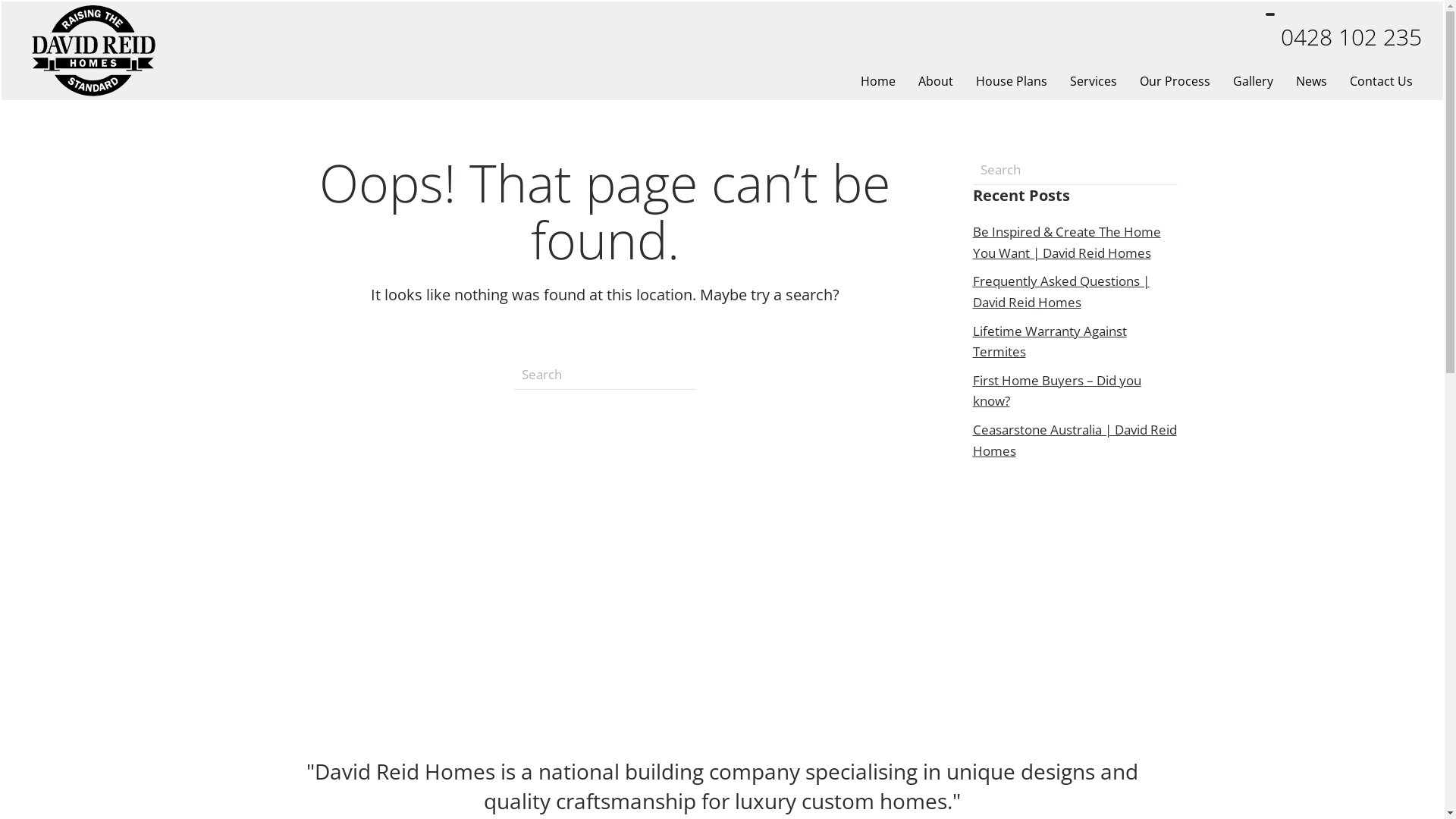 The image size is (1456, 819). I want to click on 'Frequently Asked Questions | David Reid Homes', so click(1059, 291).